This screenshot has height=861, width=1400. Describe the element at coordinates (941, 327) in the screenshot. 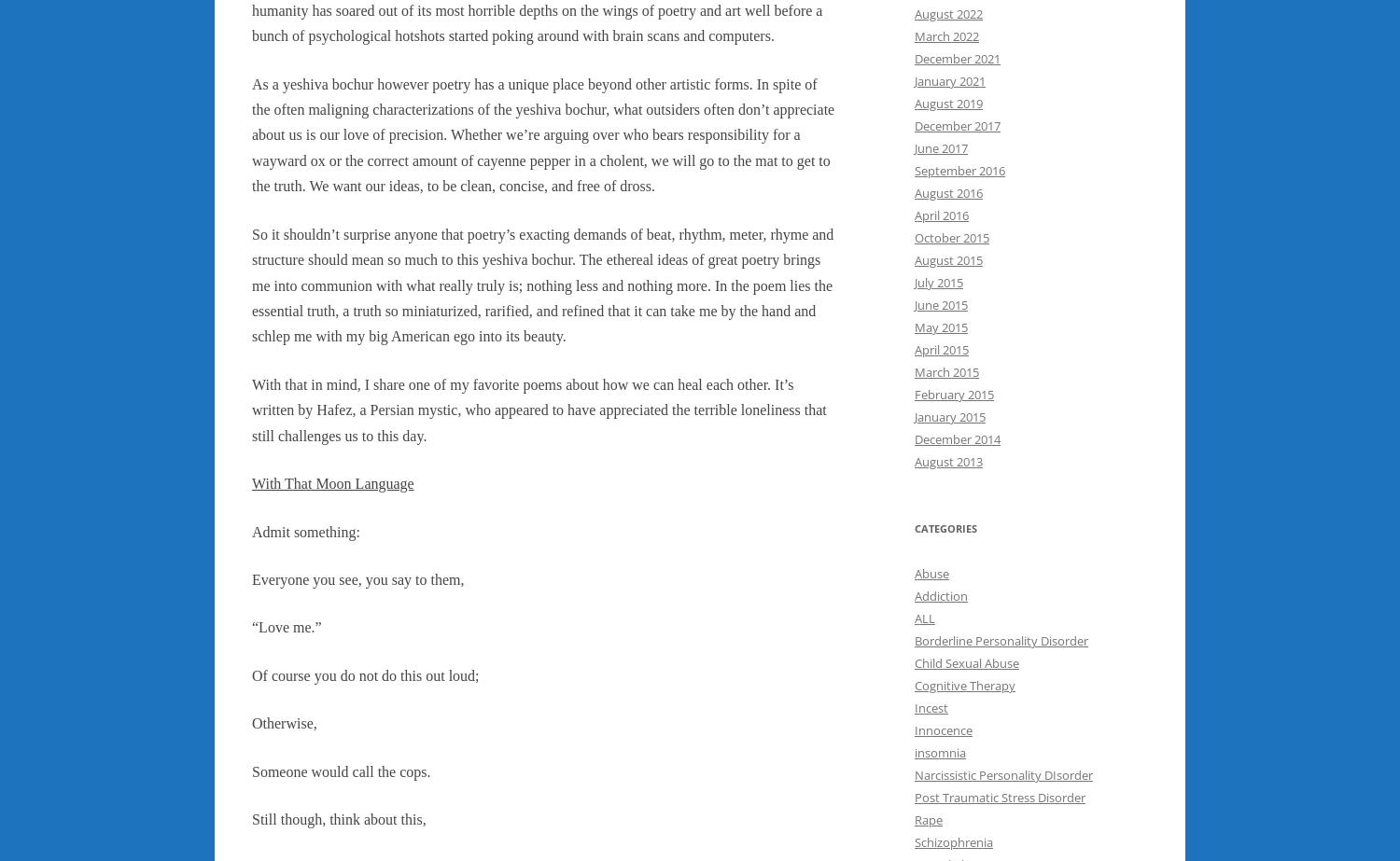

I see `'May 2015'` at that location.